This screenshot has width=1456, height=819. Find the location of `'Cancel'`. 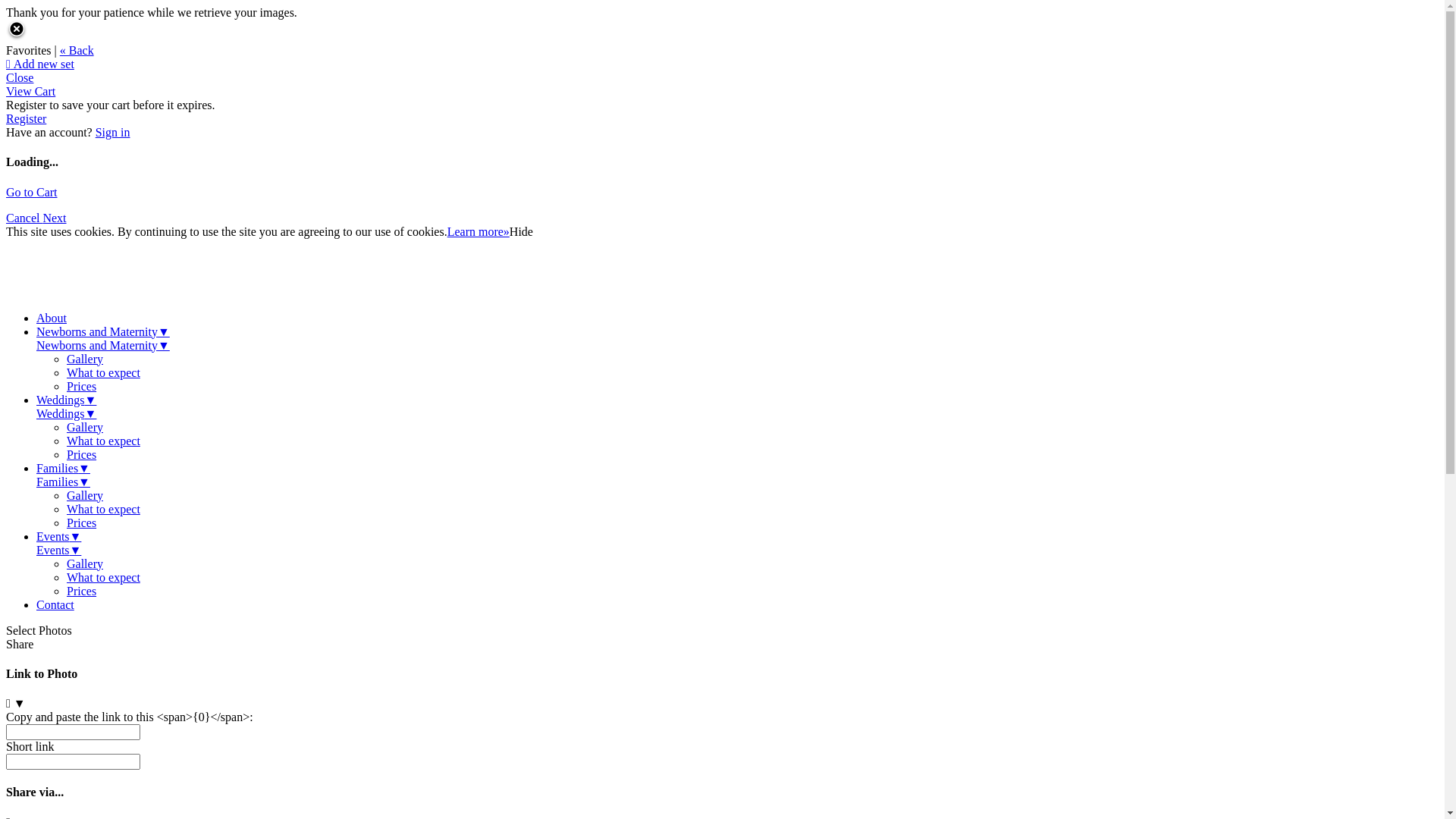

'Cancel' is located at coordinates (24, 218).